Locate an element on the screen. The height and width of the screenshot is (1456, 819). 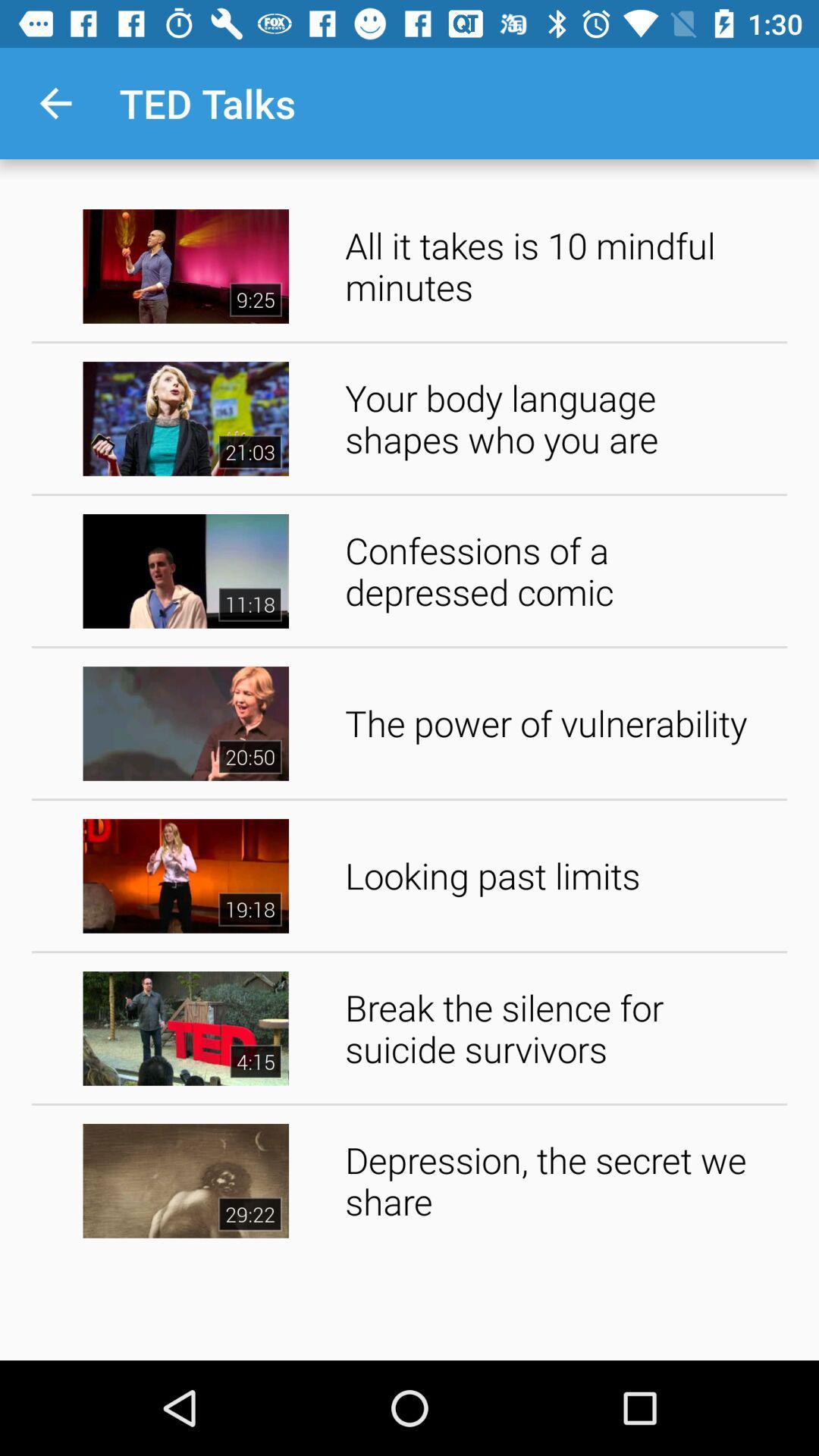
icon above break the silence item is located at coordinates (560, 876).